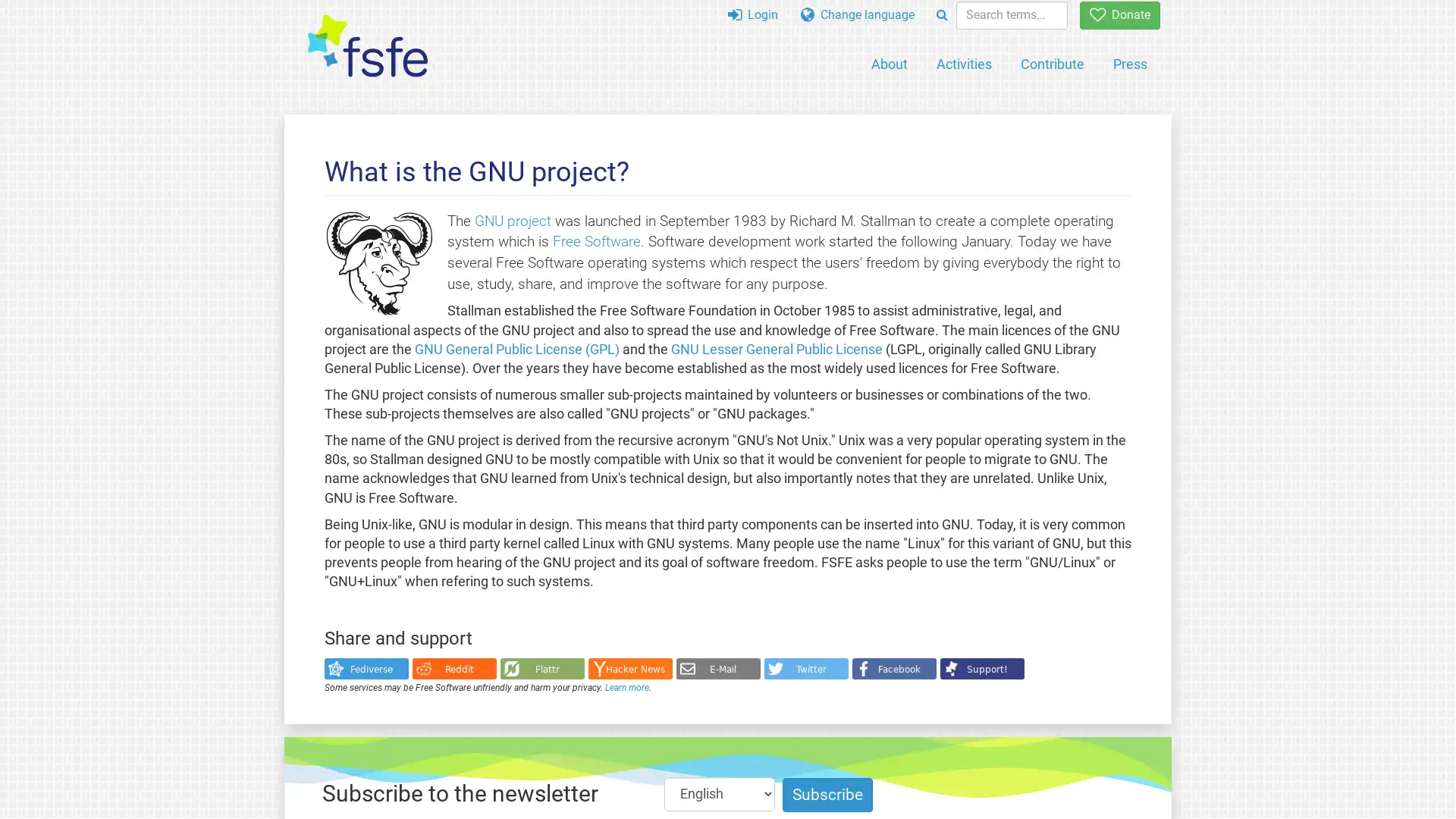  What do you see at coordinates (541, 668) in the screenshot?
I see `Flattr` at bounding box center [541, 668].